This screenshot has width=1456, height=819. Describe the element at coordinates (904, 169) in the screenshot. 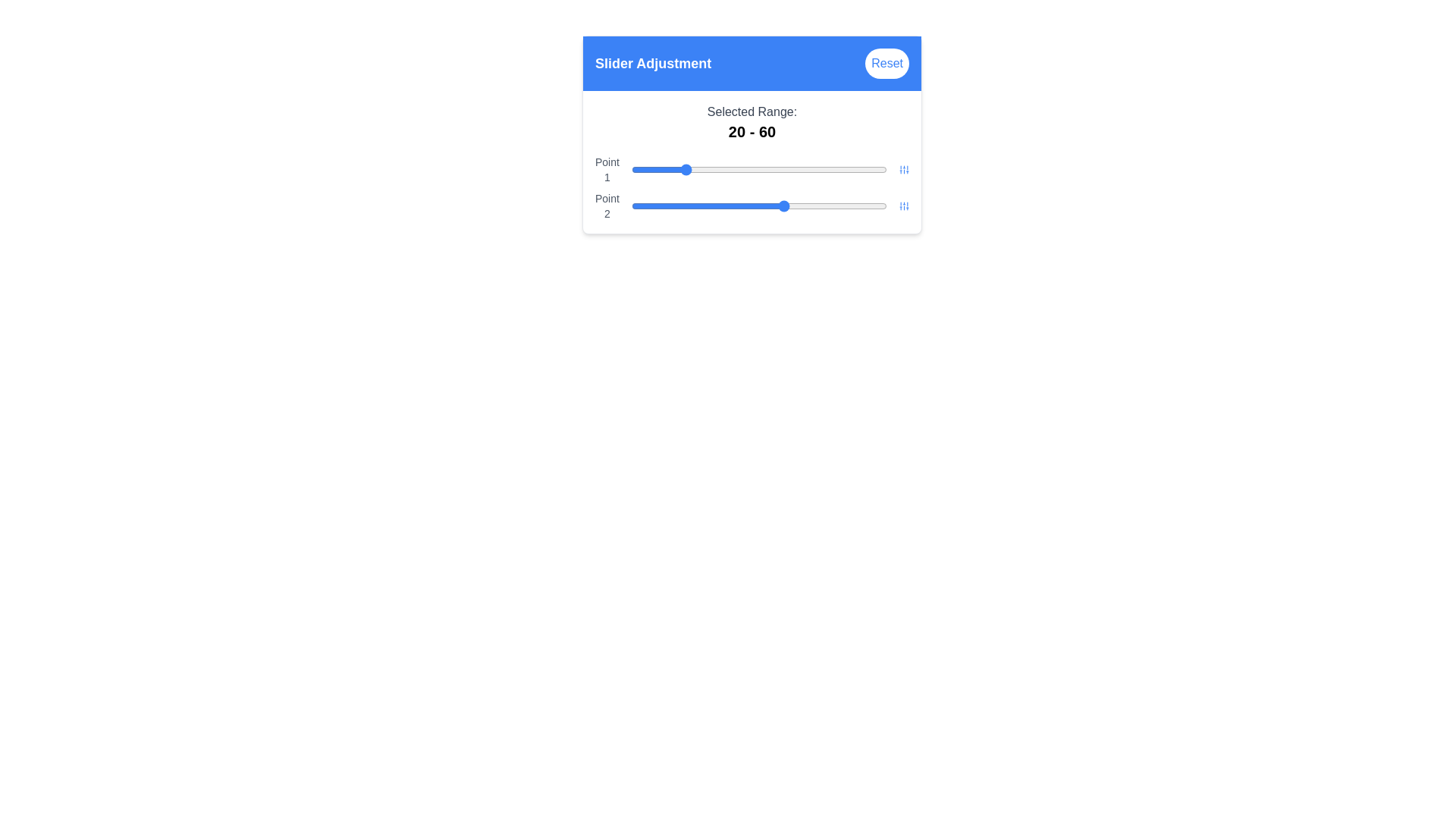

I see `the button` at that location.